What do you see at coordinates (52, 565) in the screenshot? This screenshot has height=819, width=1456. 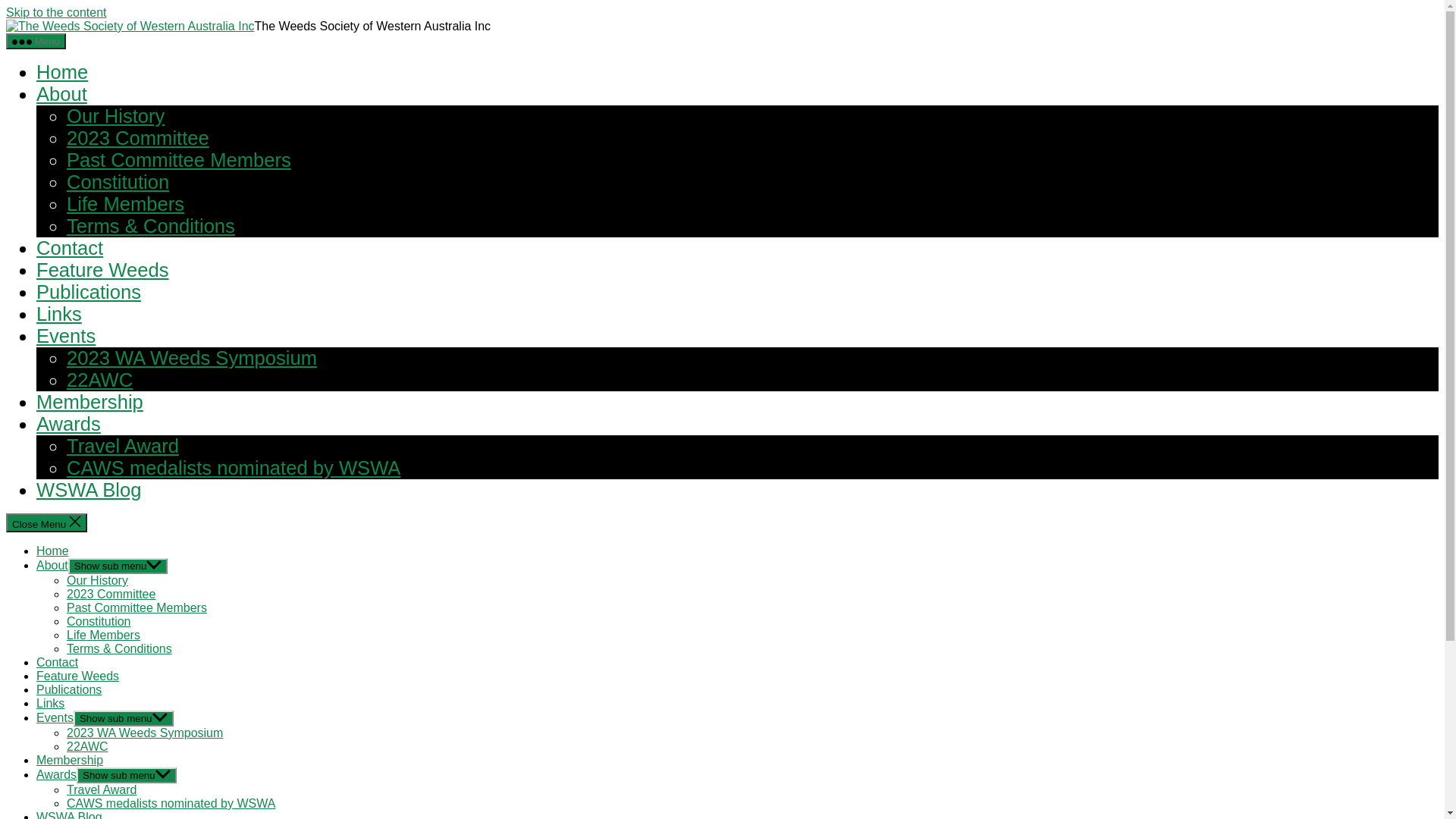 I see `'About'` at bounding box center [52, 565].